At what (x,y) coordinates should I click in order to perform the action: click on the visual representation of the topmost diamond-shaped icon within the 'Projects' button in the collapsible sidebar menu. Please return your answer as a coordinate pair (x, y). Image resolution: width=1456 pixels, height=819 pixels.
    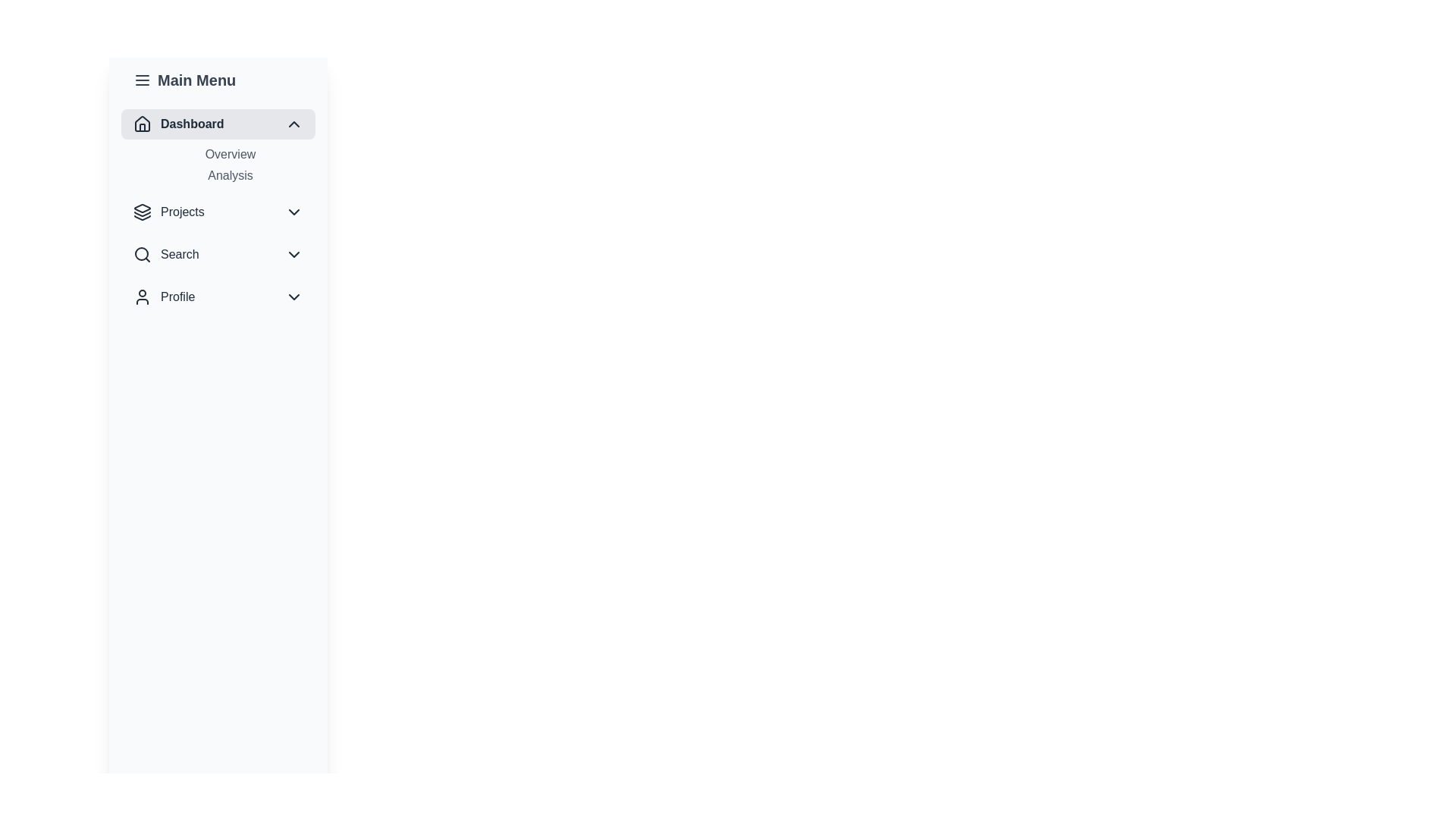
    Looking at the image, I should click on (142, 208).